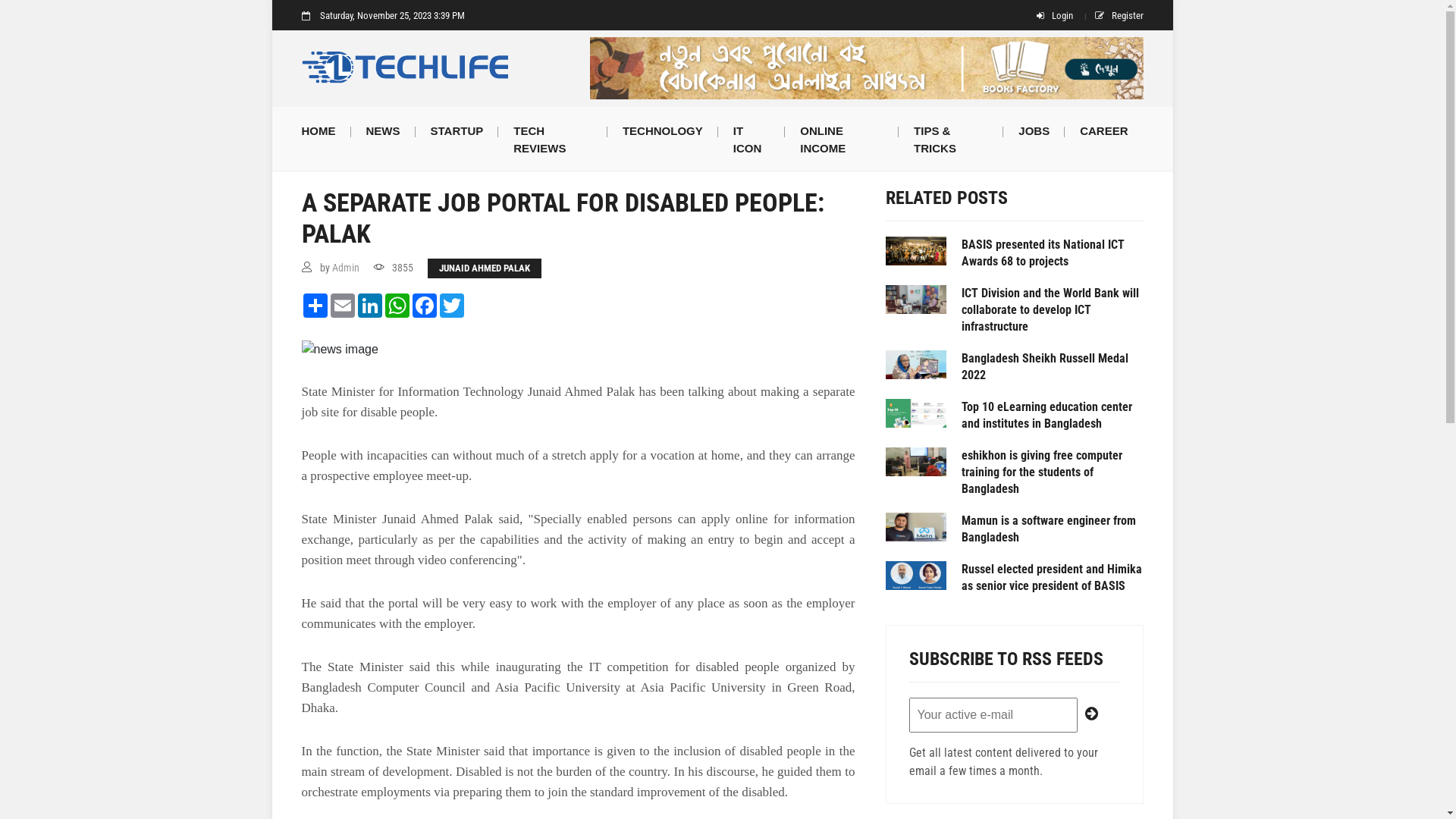  I want to click on 'IT ICON', so click(752, 138).